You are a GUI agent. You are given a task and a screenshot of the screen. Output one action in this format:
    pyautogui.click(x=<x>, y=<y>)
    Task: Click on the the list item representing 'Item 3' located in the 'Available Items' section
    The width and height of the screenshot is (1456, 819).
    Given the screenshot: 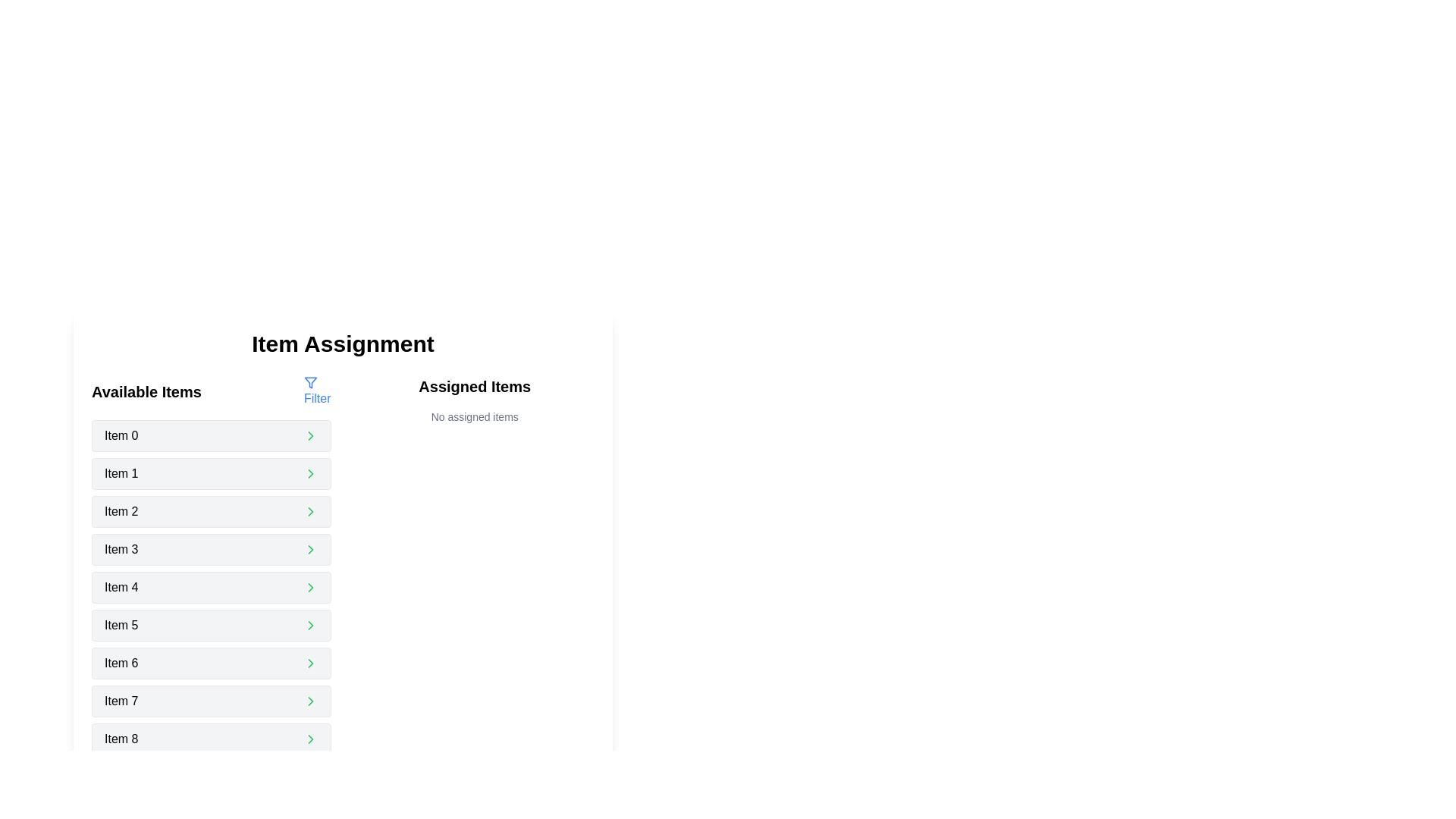 What is the action you would take?
    pyautogui.click(x=210, y=550)
    